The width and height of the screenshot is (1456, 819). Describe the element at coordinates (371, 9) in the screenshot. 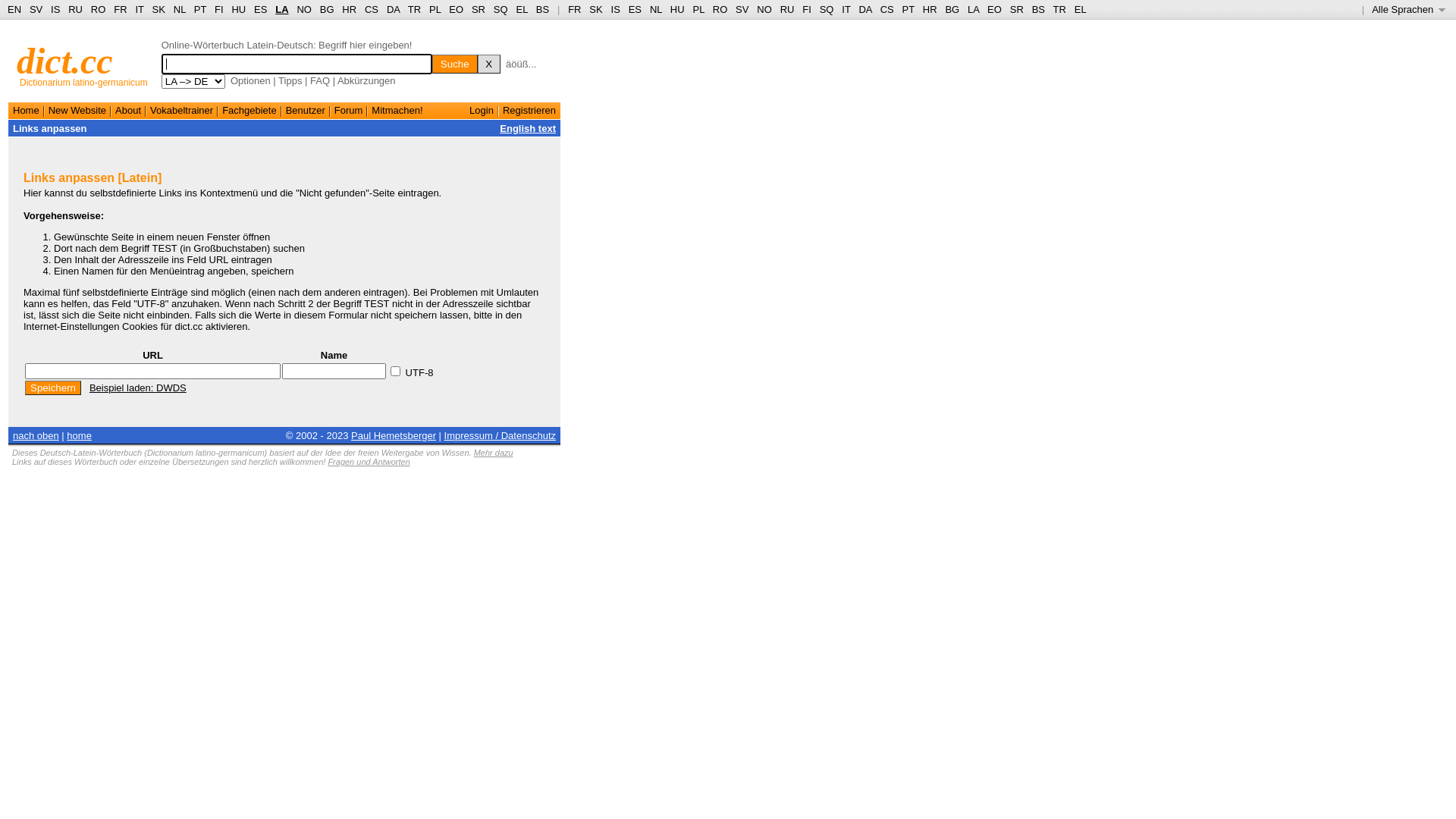

I see `'CS'` at that location.